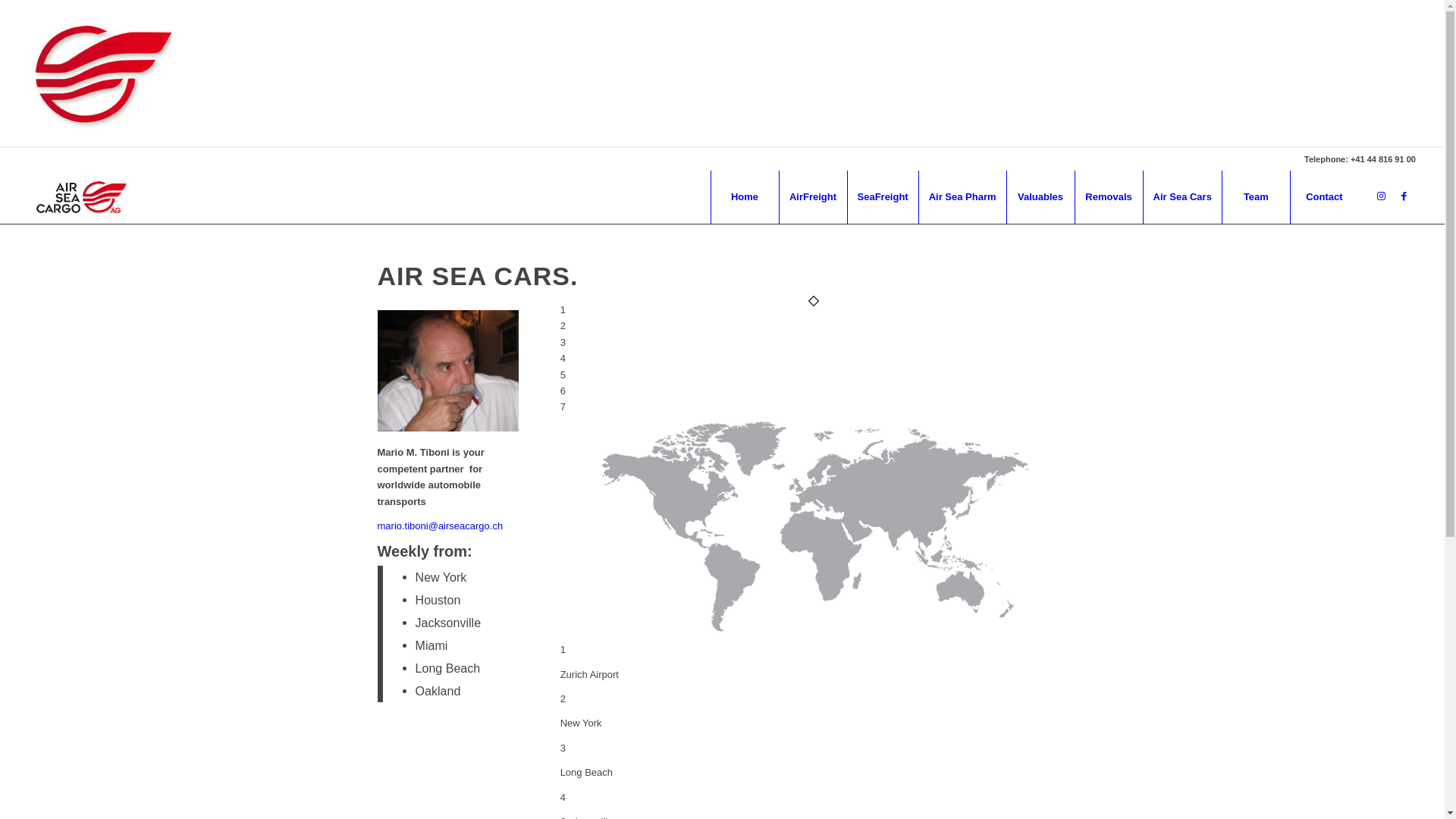 The image size is (1456, 819). Describe the element at coordinates (961, 196) in the screenshot. I see `'Air Sea Pharm'` at that location.